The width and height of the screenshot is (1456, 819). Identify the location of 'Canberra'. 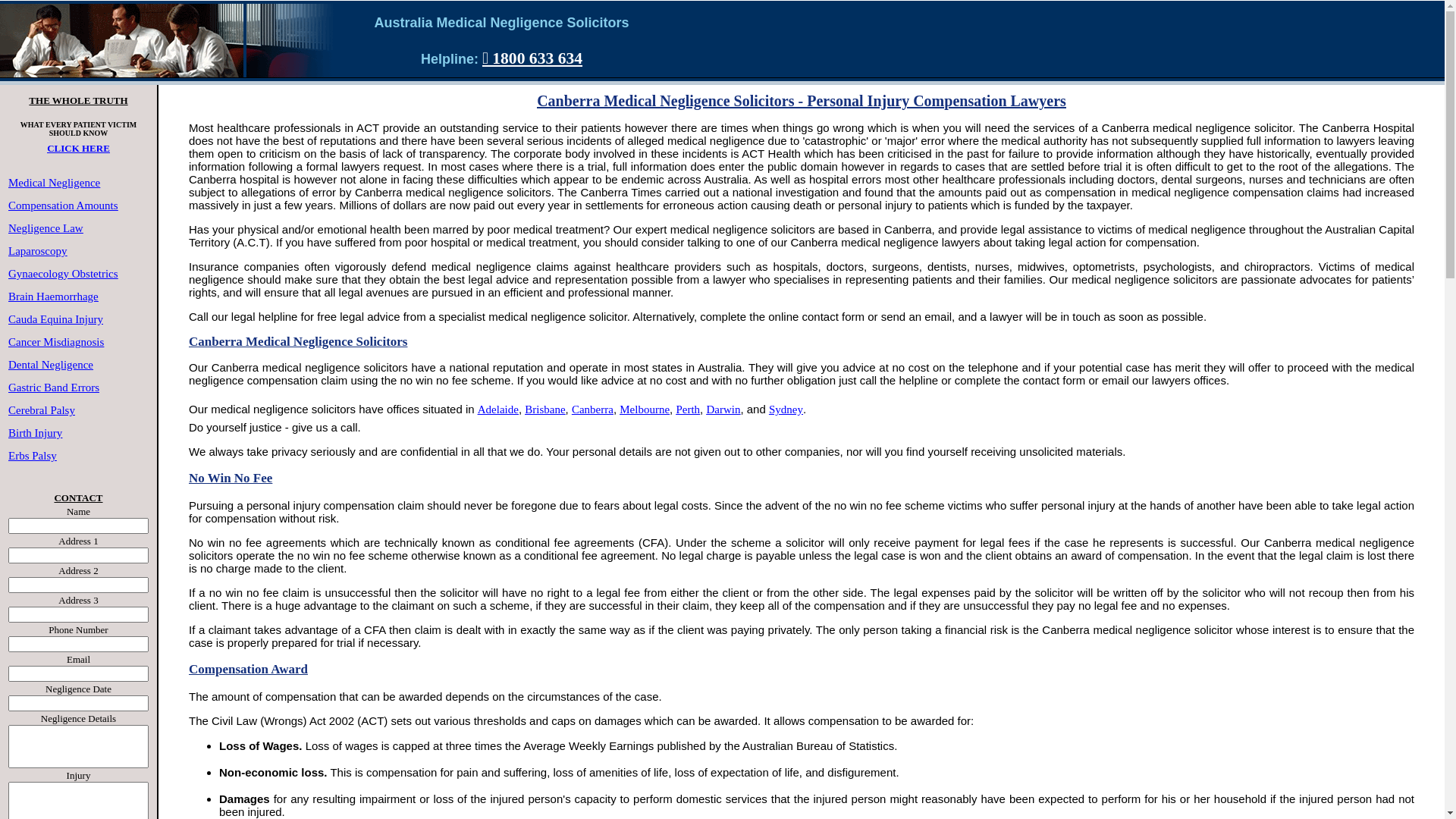
(570, 409).